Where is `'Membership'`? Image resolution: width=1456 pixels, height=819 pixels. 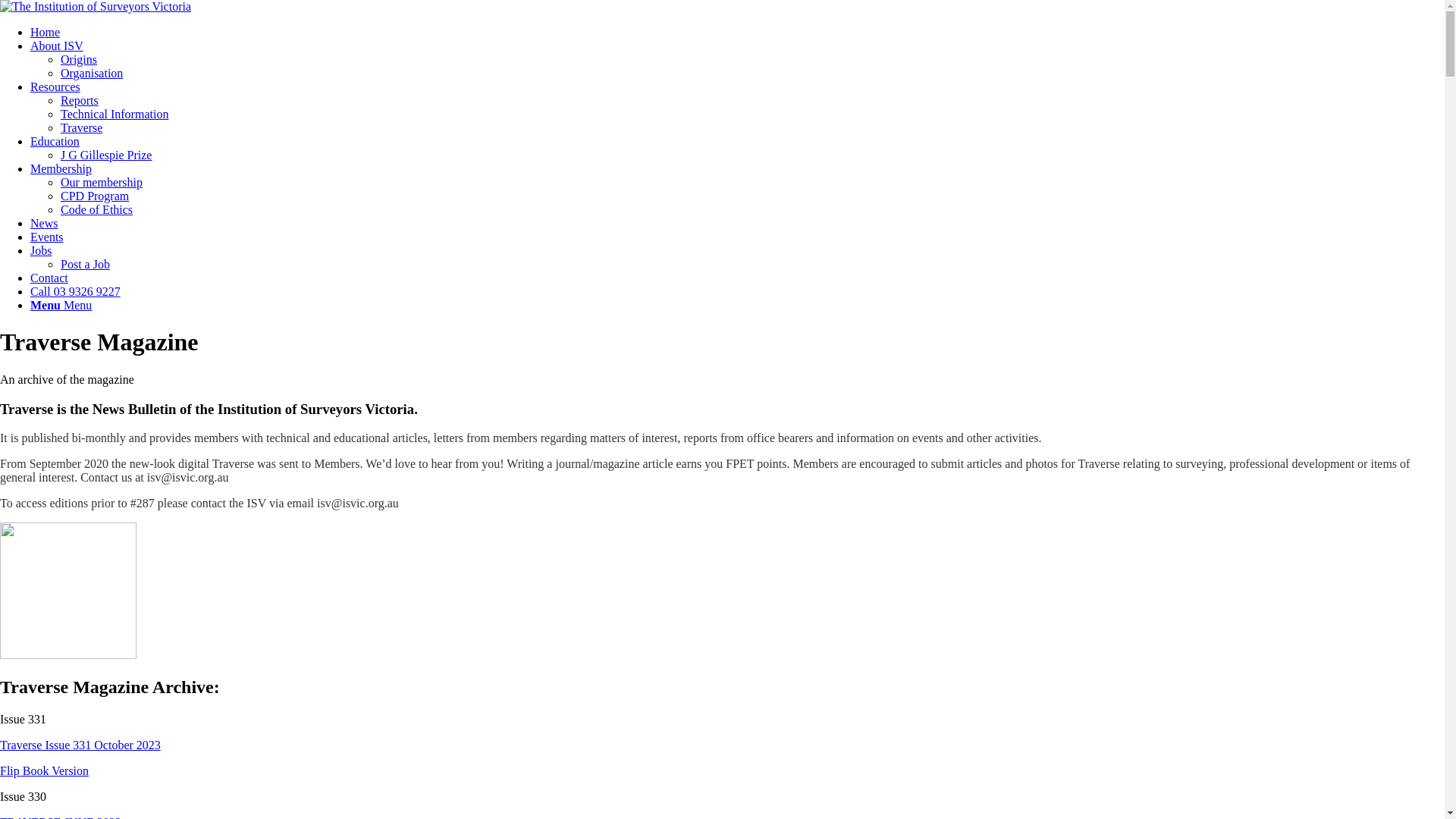 'Membership' is located at coordinates (61, 168).